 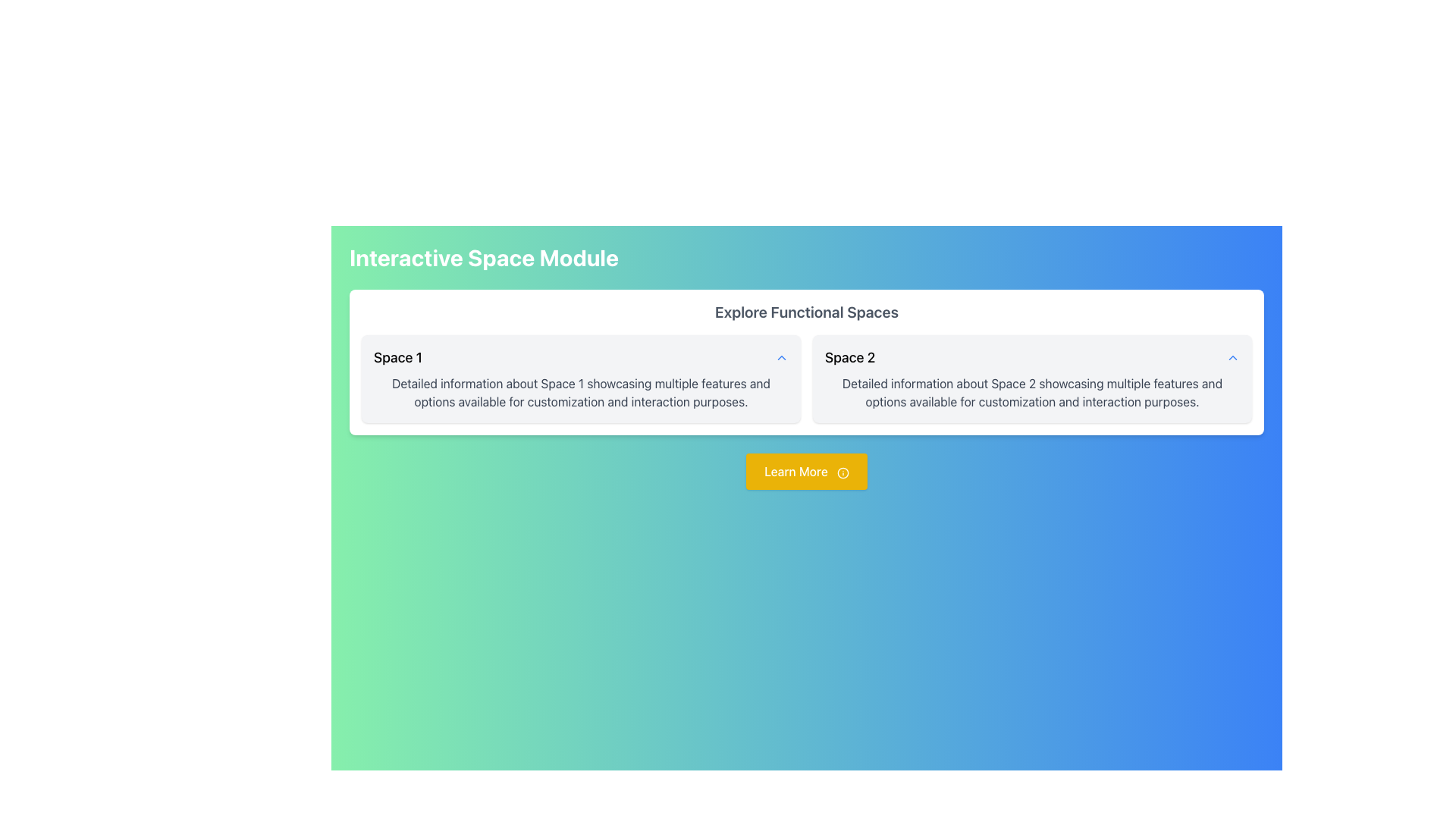 I want to click on the 'Learn More' button, which is a prominent yellow button with rounded corners located at the bottom of the interface, so click(x=806, y=470).